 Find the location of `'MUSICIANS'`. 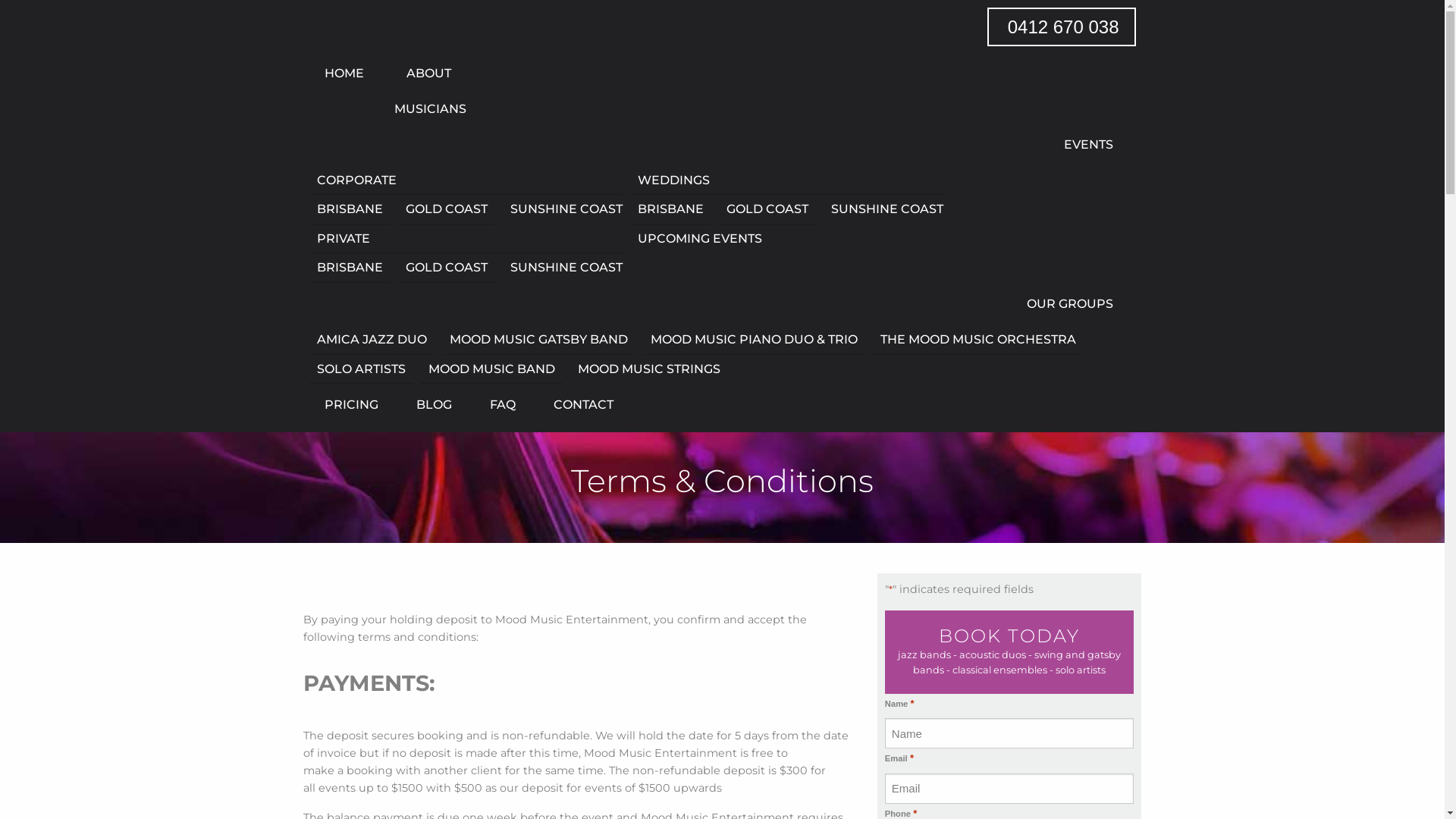

'MUSICIANS' is located at coordinates (386, 108).